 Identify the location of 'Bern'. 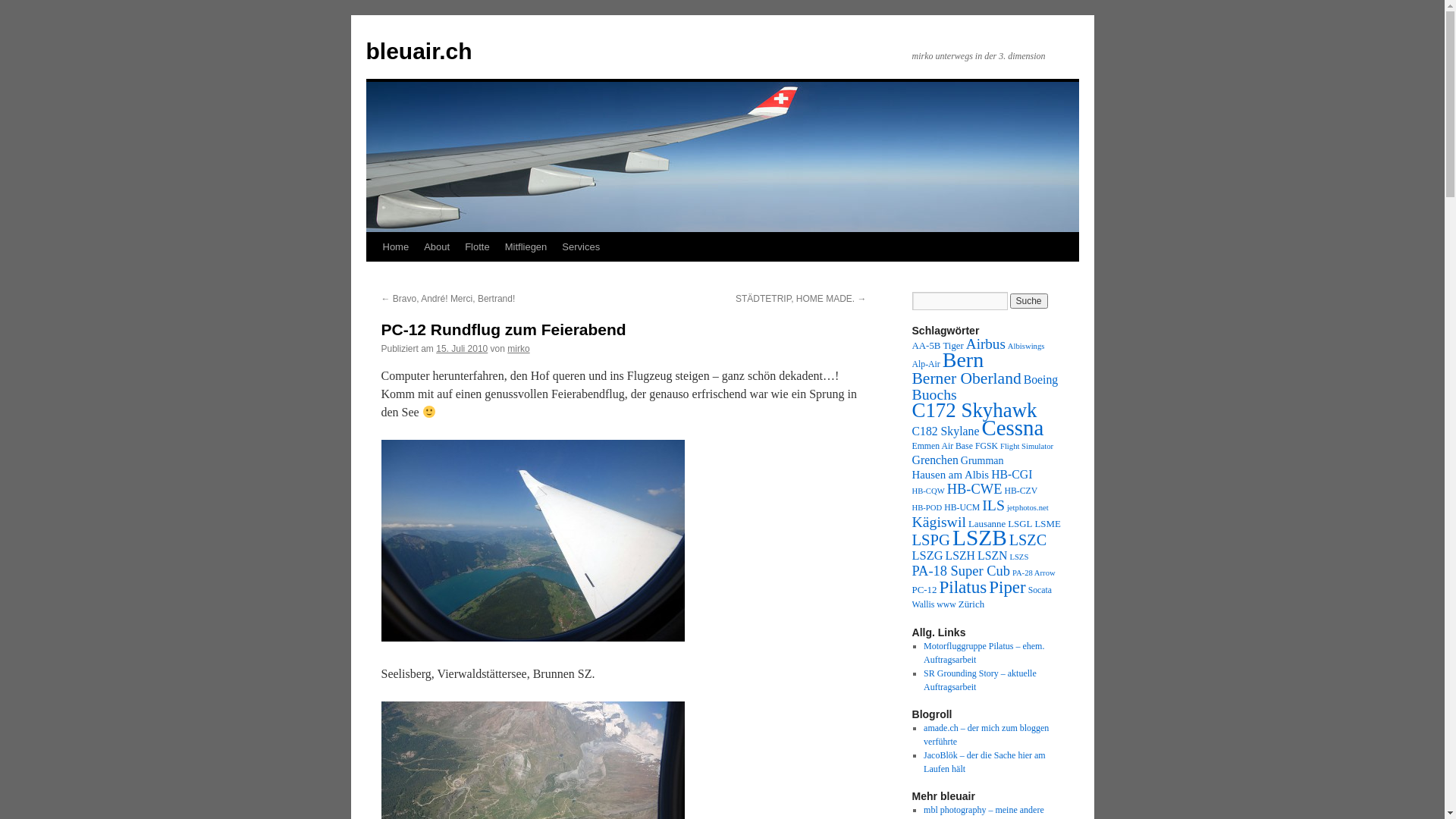
(962, 359).